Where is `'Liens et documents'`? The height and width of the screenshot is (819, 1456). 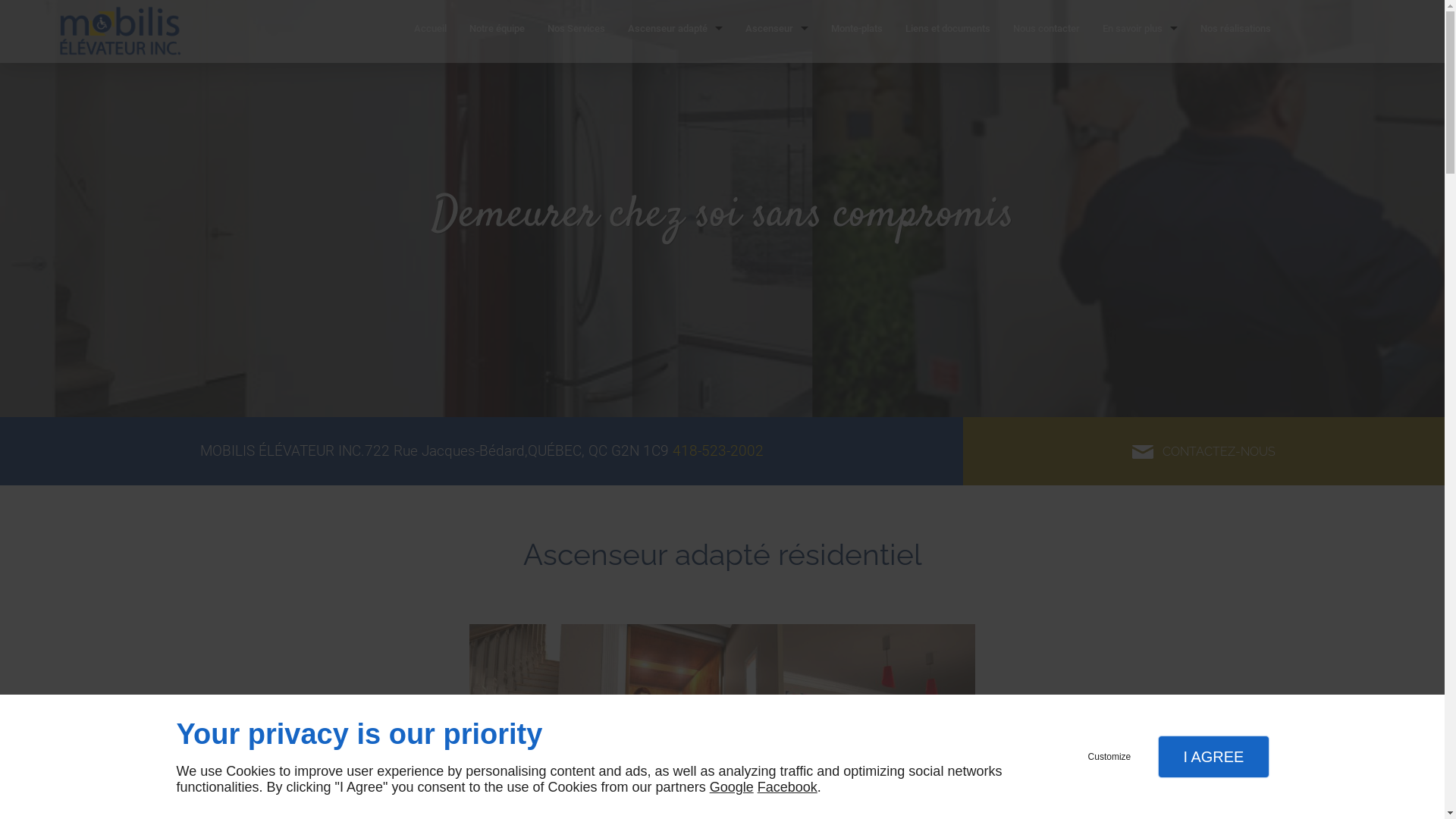
'Liens et documents' is located at coordinates (946, 31).